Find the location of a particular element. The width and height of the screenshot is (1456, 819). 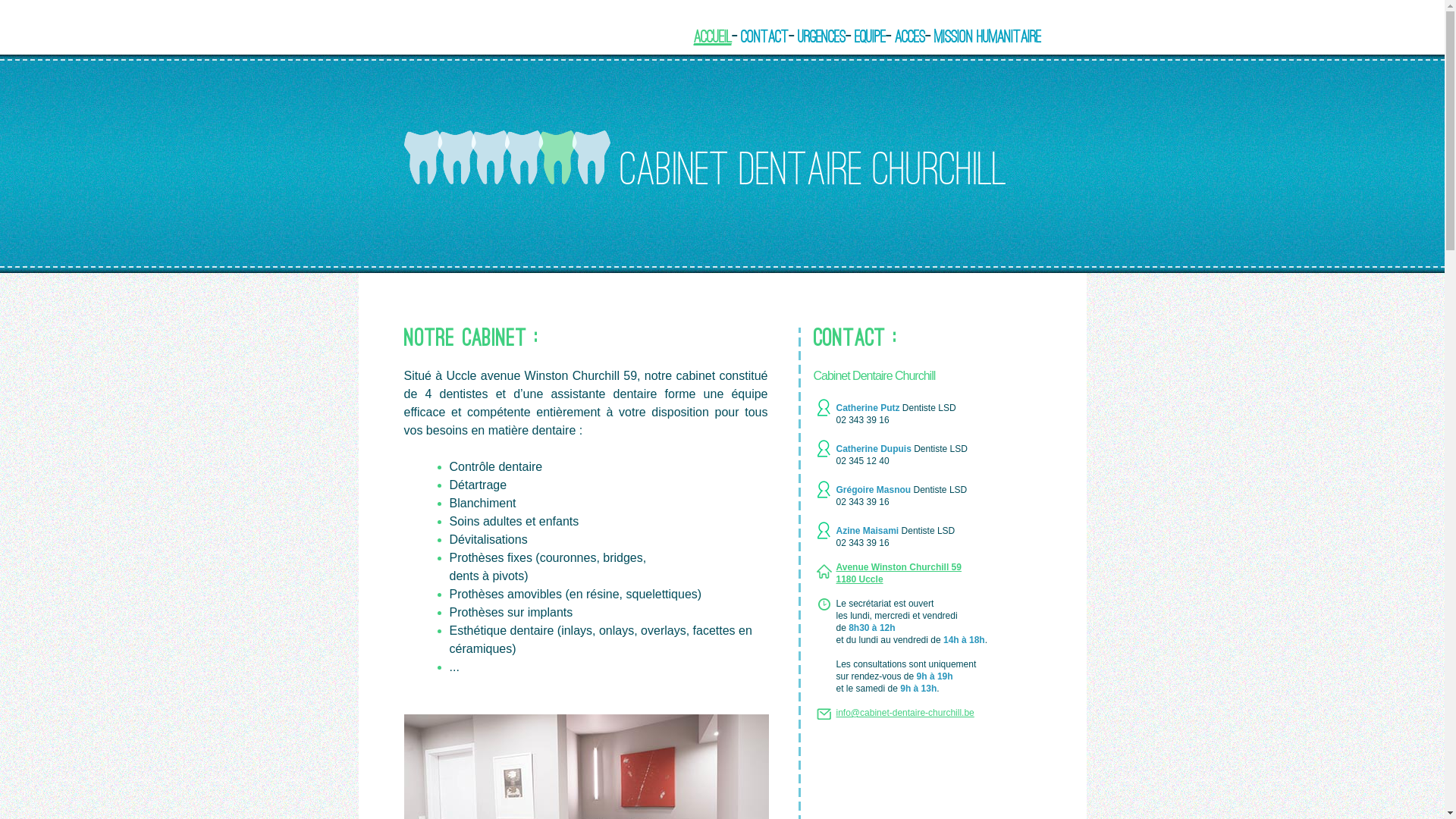

'Equipe' is located at coordinates (869, 36).